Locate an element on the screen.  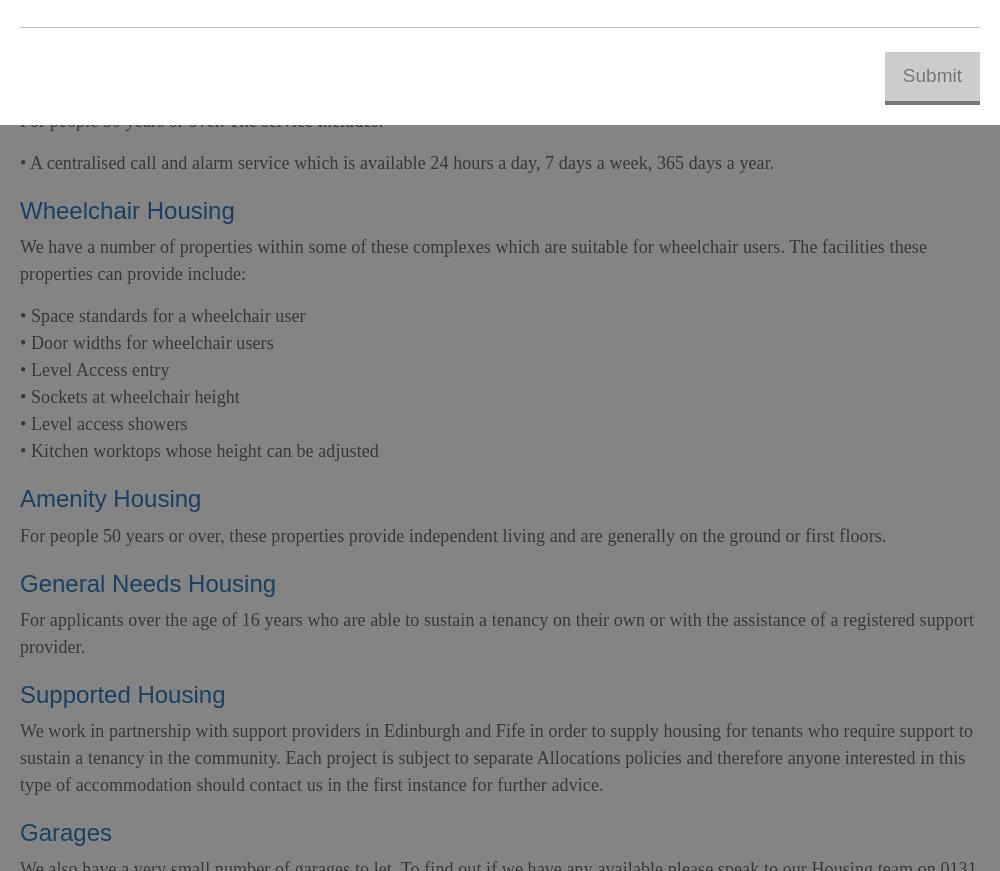
'We work in partnership with support providers in Edinburgh and Fife in order to supply housing for tenants who require support to sustain a tenancy in the community. Each project is subject to separate Allocations policies and therefore anyone interested in this type of accommodation should contact us in the first instance for further advice.' is located at coordinates (20, 756).